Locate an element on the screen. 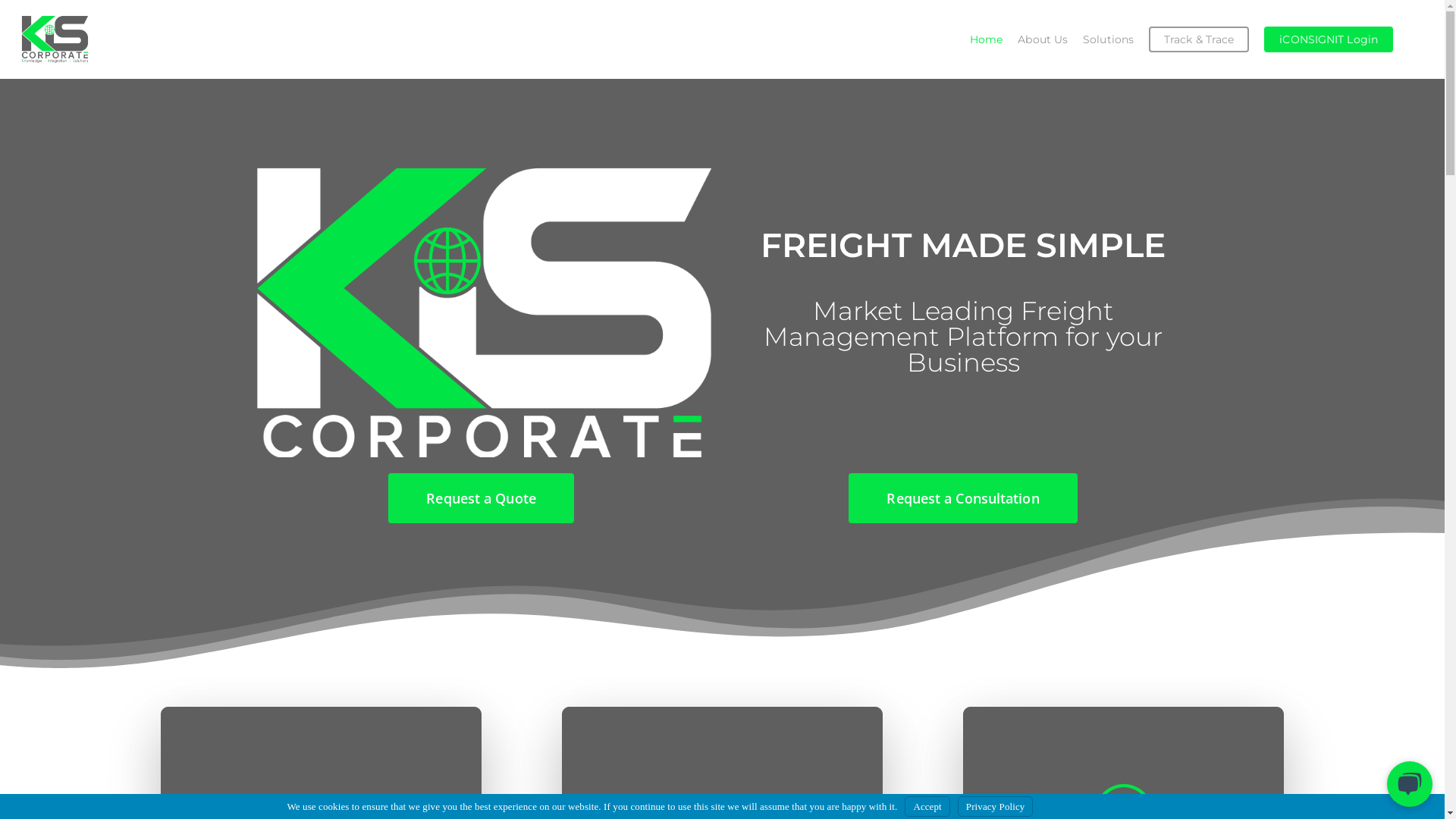 The width and height of the screenshot is (1456, 819). 'Request a Consultation' is located at coordinates (962, 497).